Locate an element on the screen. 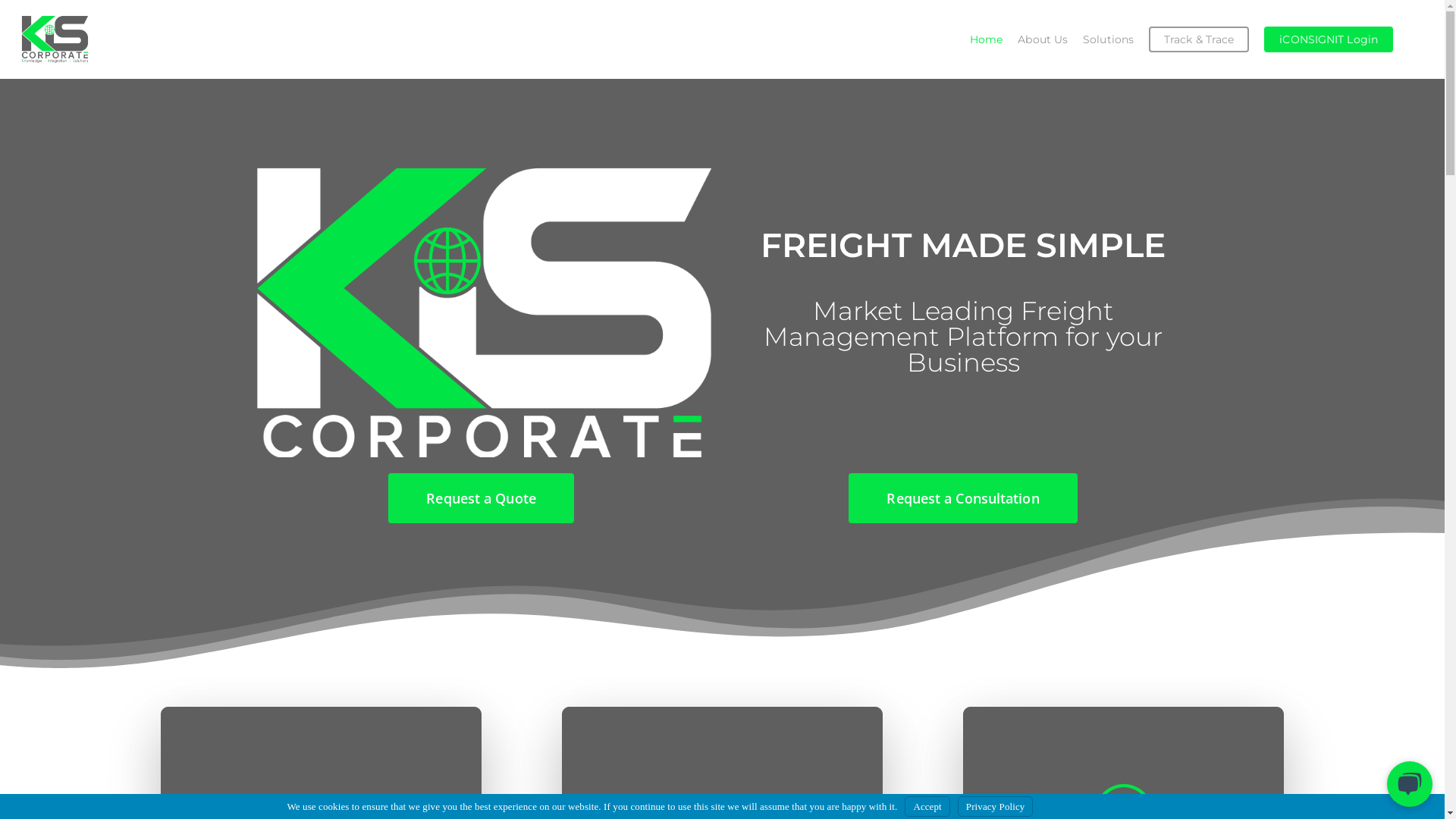 The width and height of the screenshot is (1456, 819). 'Request a Consultation' is located at coordinates (962, 497).